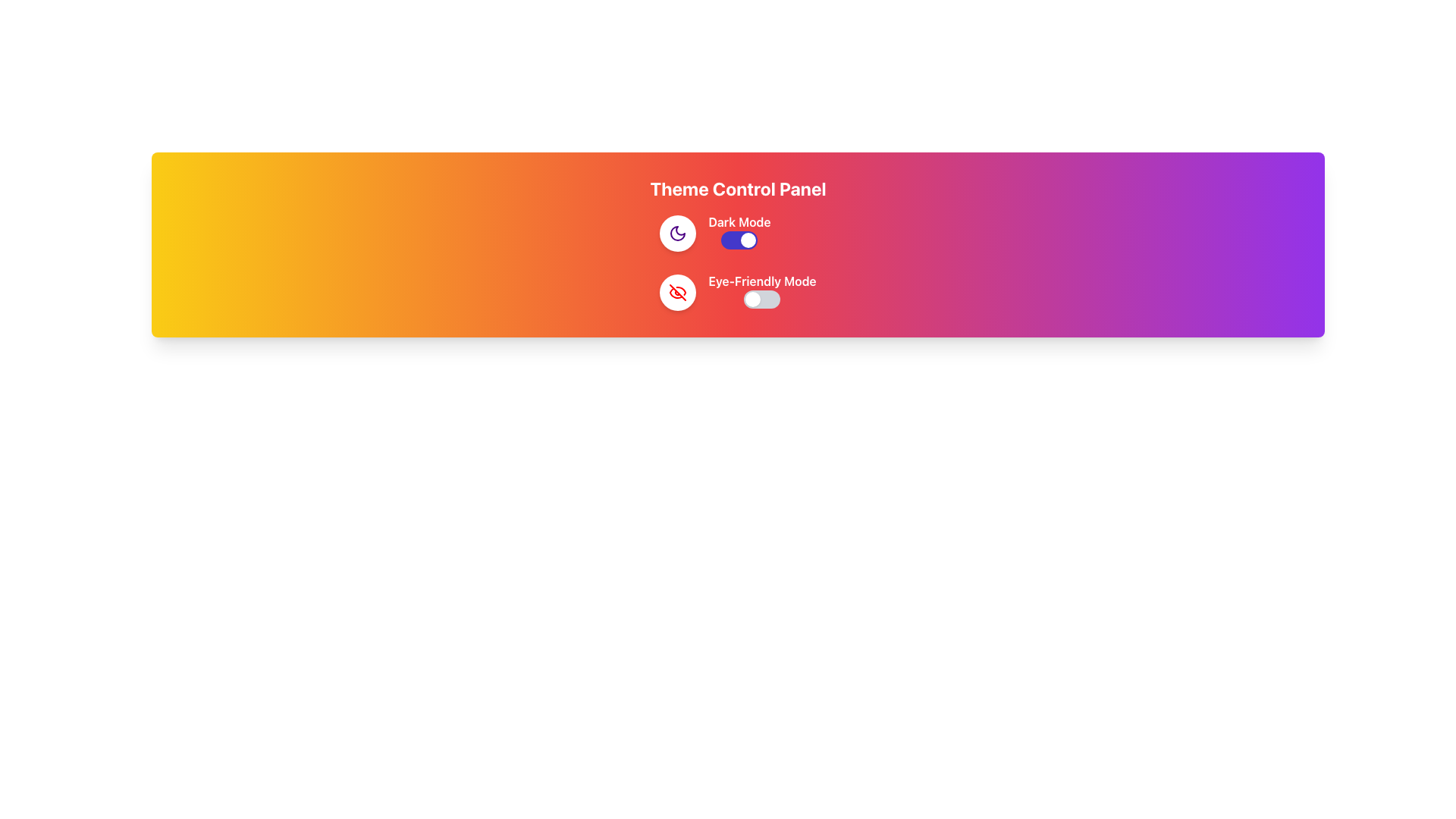 The width and height of the screenshot is (1456, 819). I want to click on the red stroke icon resembling a crossed-out eye, located to the left of the toggle switch for the 'Eye-Friendly Mode' in the 'Theme Control Panel', so click(677, 292).